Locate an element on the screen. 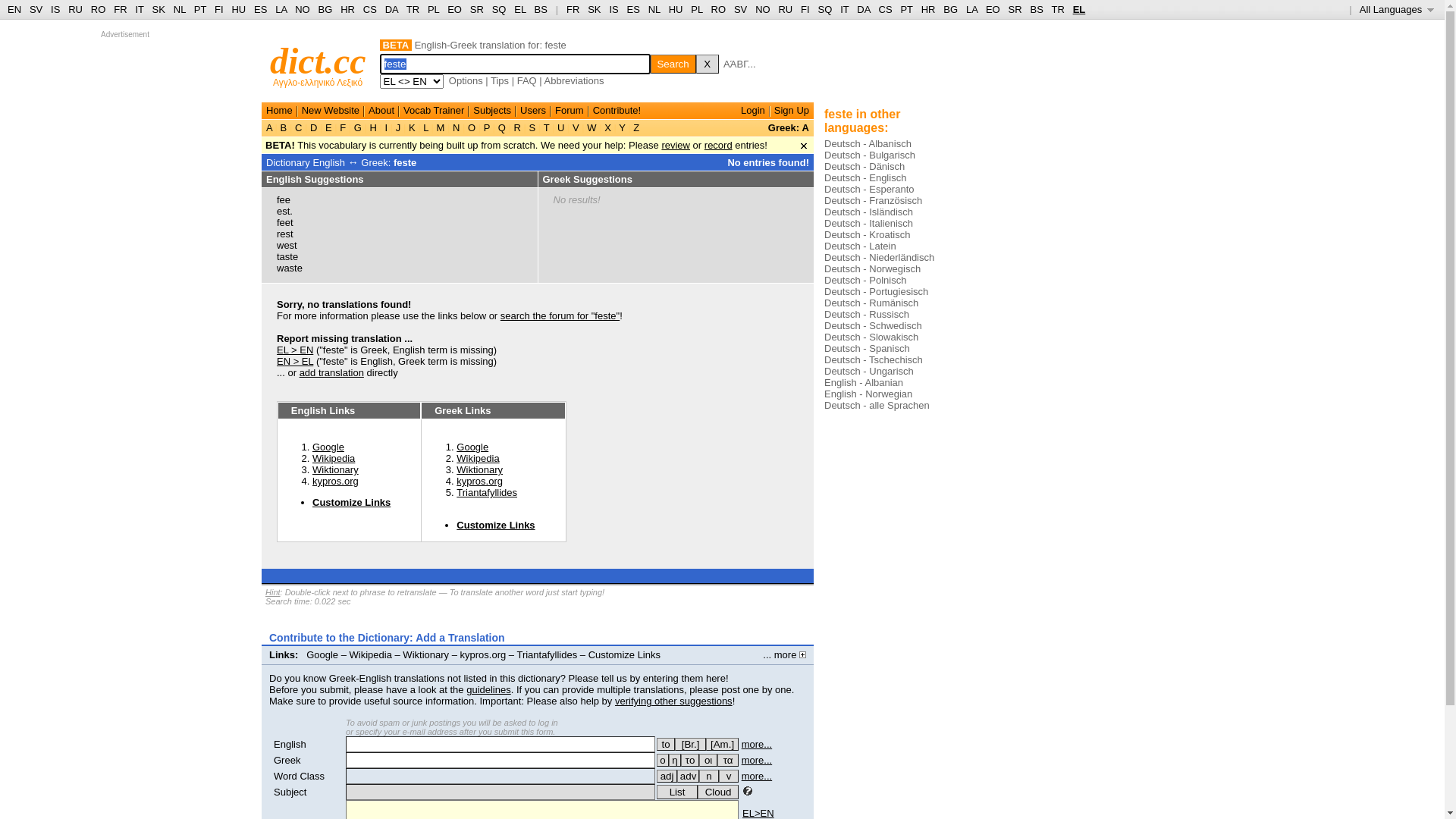 The width and height of the screenshot is (1456, 819). 'more...' is located at coordinates (742, 760).